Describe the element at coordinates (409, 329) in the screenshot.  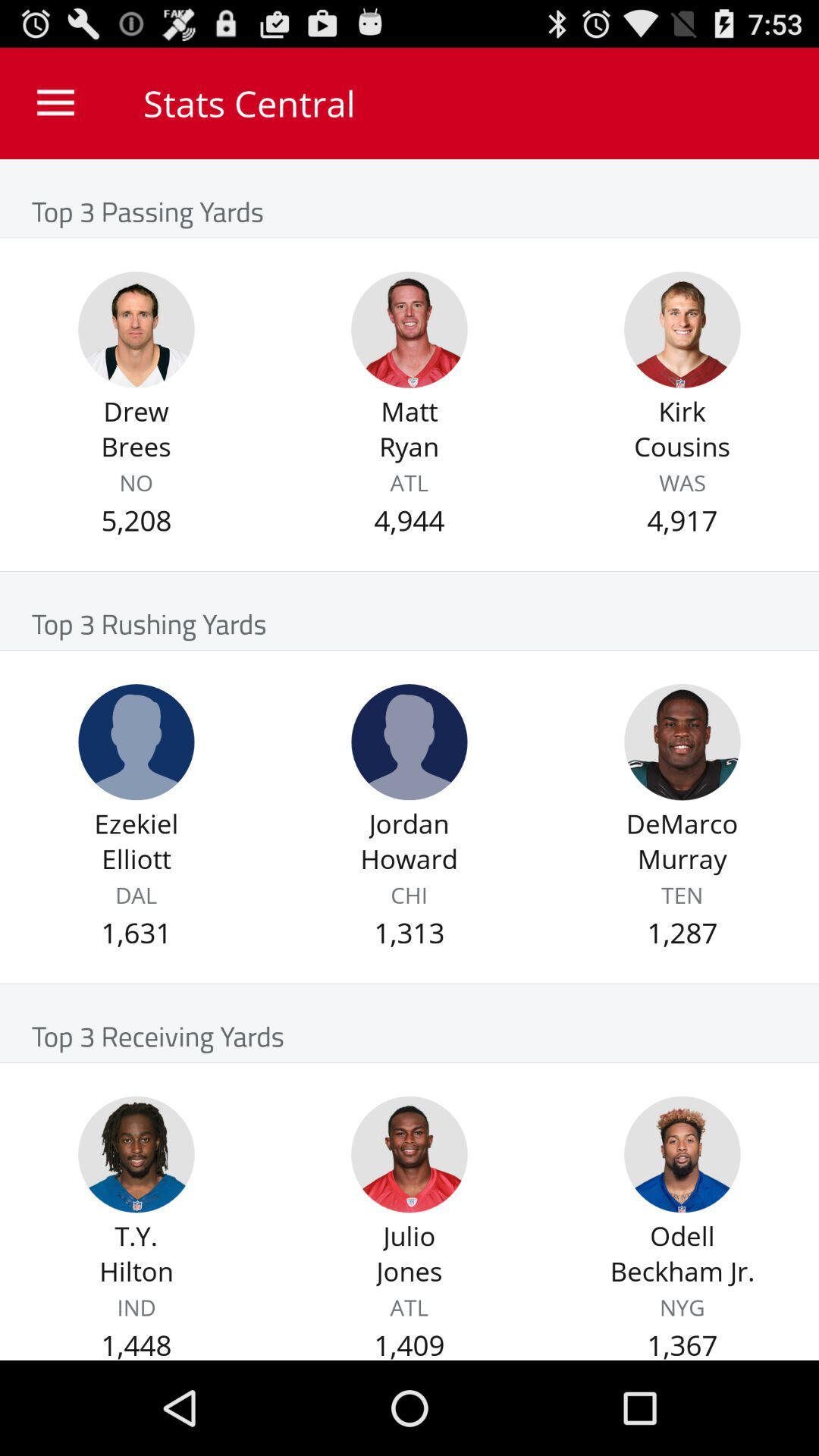
I see `goes to stats` at that location.